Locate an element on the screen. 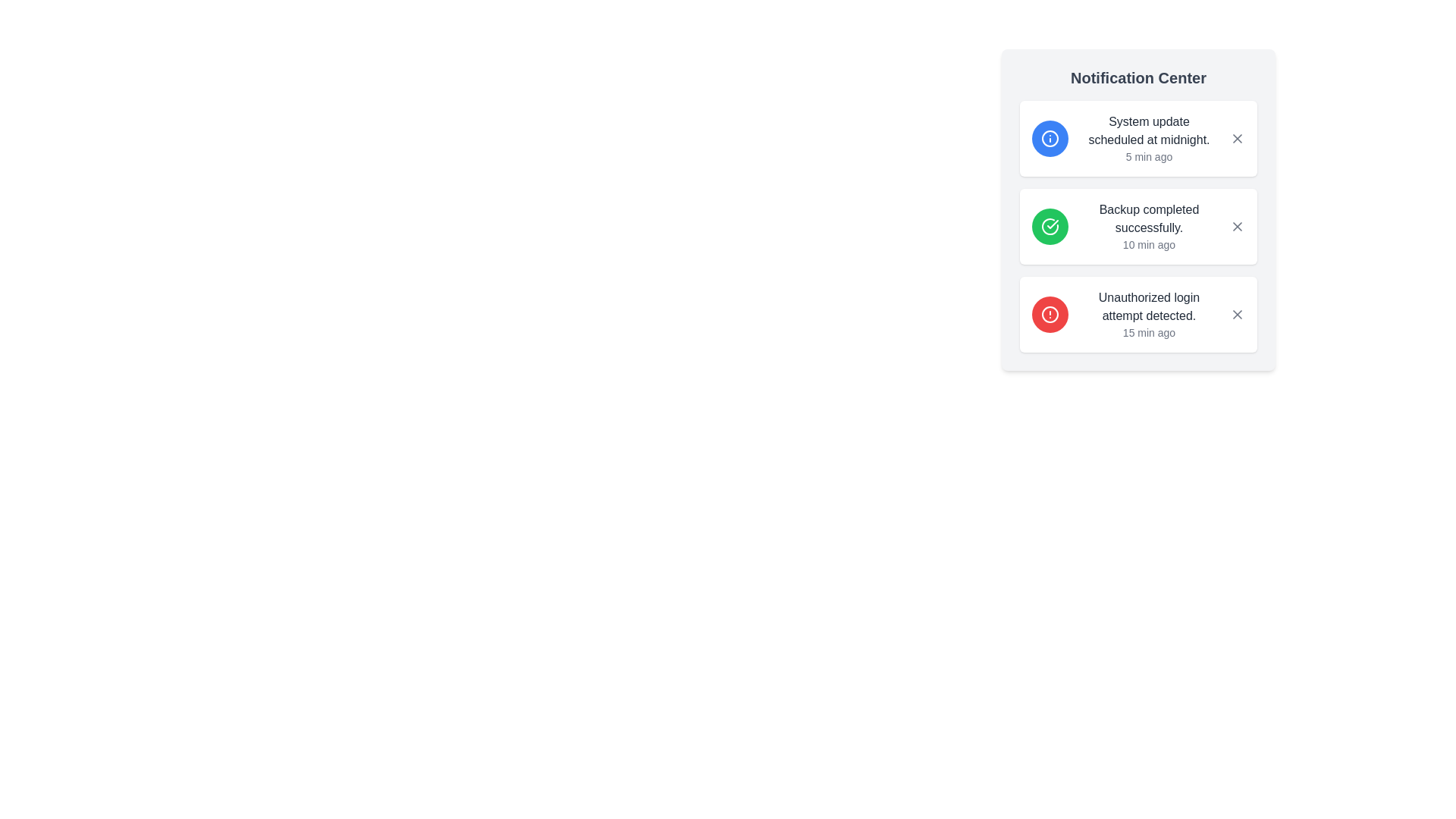 The width and height of the screenshot is (1456, 819). the blue circular icon with a white outline containing a white info symbol ('i') at the top of the notification card for 'System update scheduled at midnight' is located at coordinates (1050, 138).